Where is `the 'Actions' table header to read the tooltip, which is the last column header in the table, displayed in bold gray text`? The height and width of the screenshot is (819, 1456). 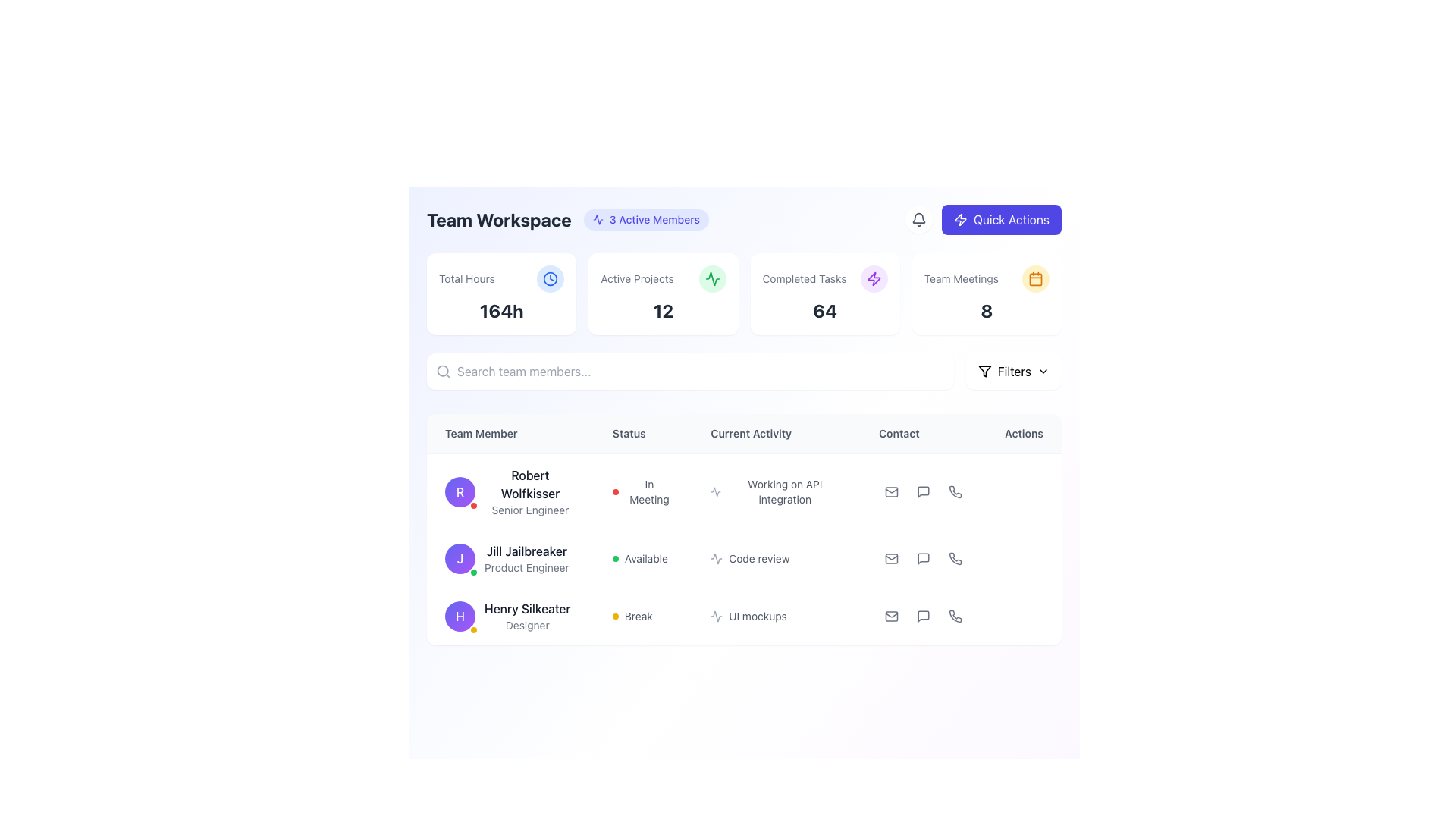 the 'Actions' table header to read the tooltip, which is the last column header in the table, displayed in bold gray text is located at coordinates (1024, 434).